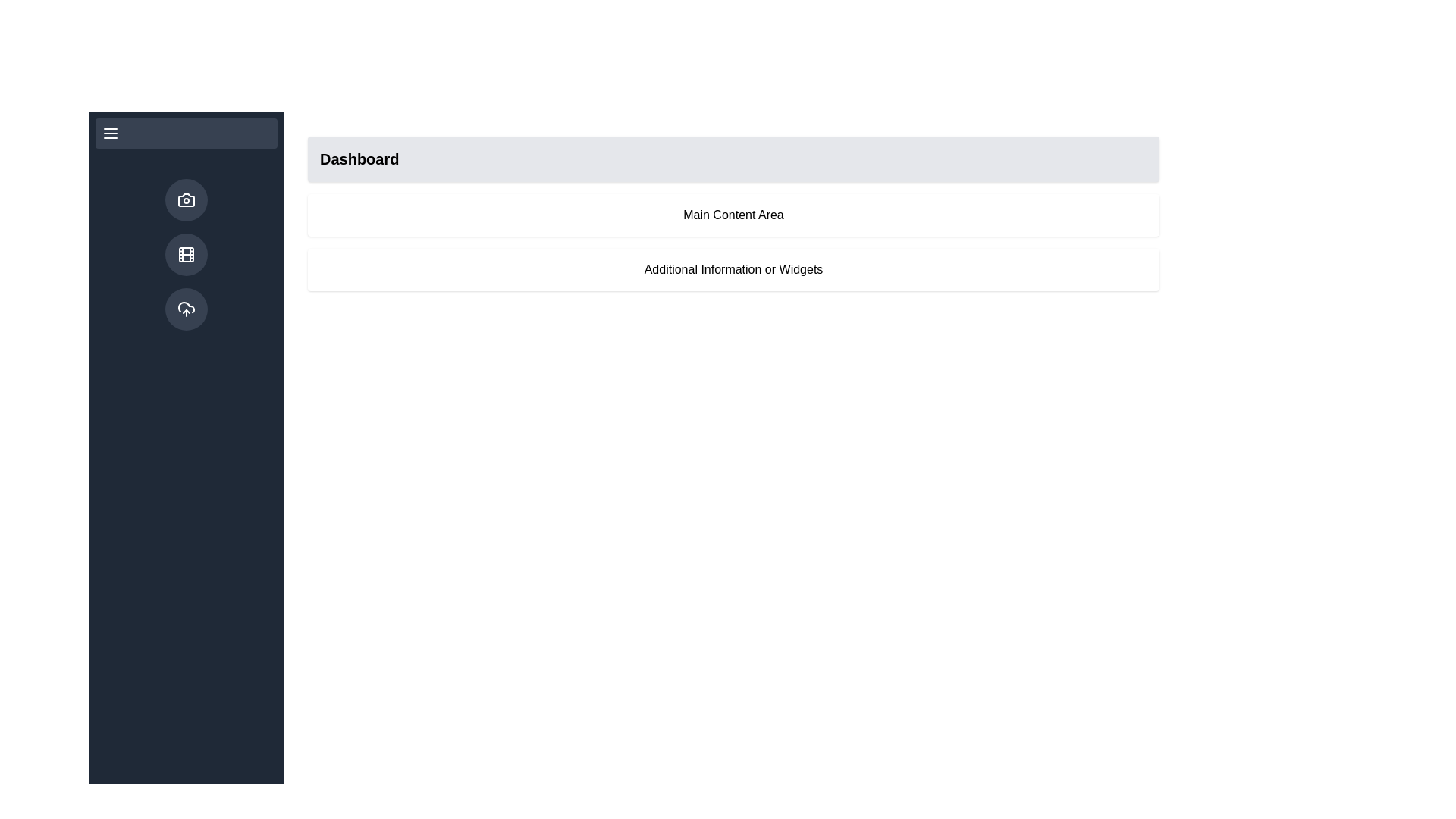 Image resolution: width=1456 pixels, height=819 pixels. I want to click on the third dark gray circular icon featuring a cloud with an upward arrow in the vertical sidebar menu, so click(185, 309).